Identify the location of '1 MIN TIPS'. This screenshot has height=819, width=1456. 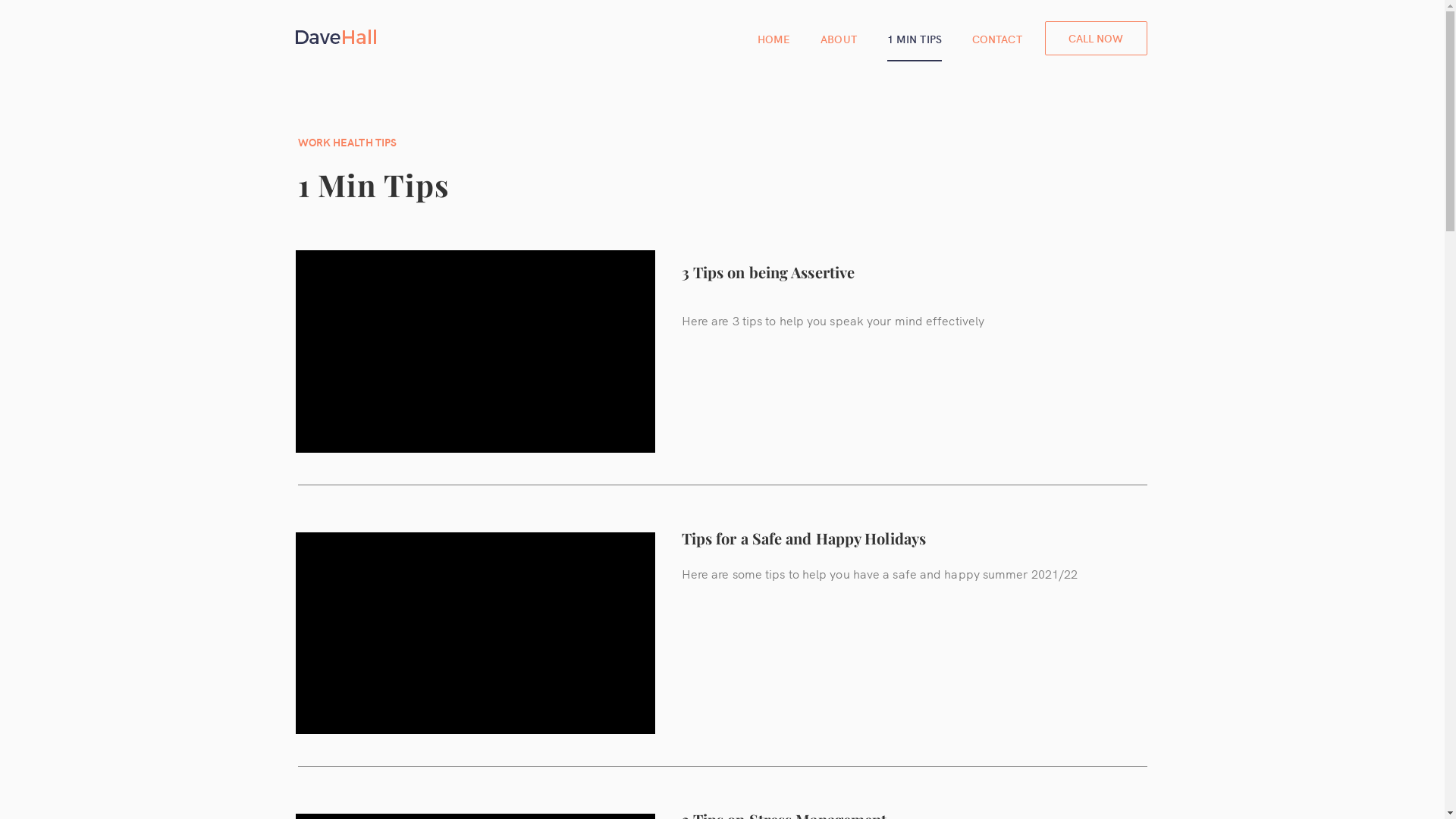
(913, 37).